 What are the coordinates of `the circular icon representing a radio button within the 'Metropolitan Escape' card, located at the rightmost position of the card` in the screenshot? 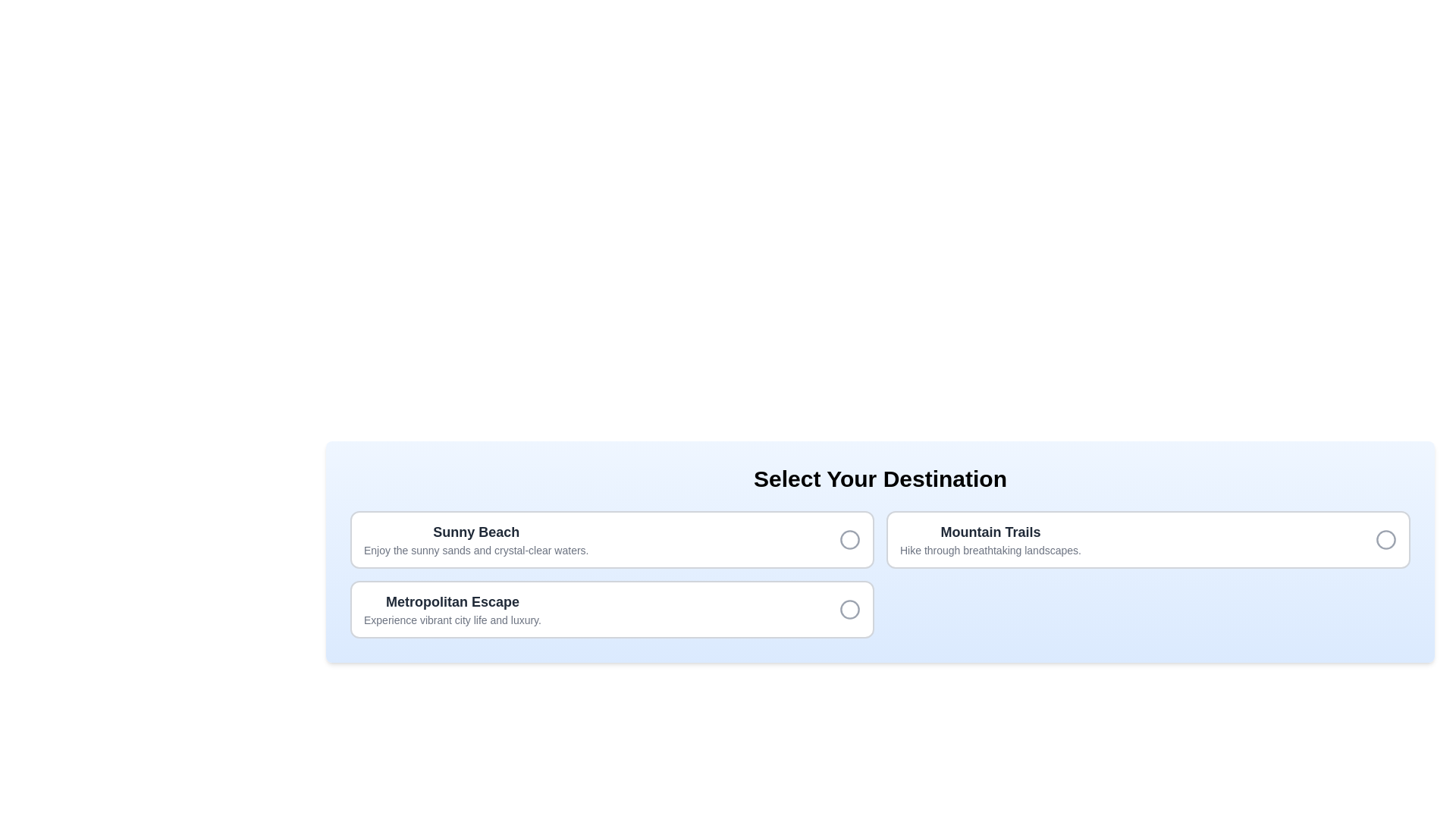 It's located at (850, 608).